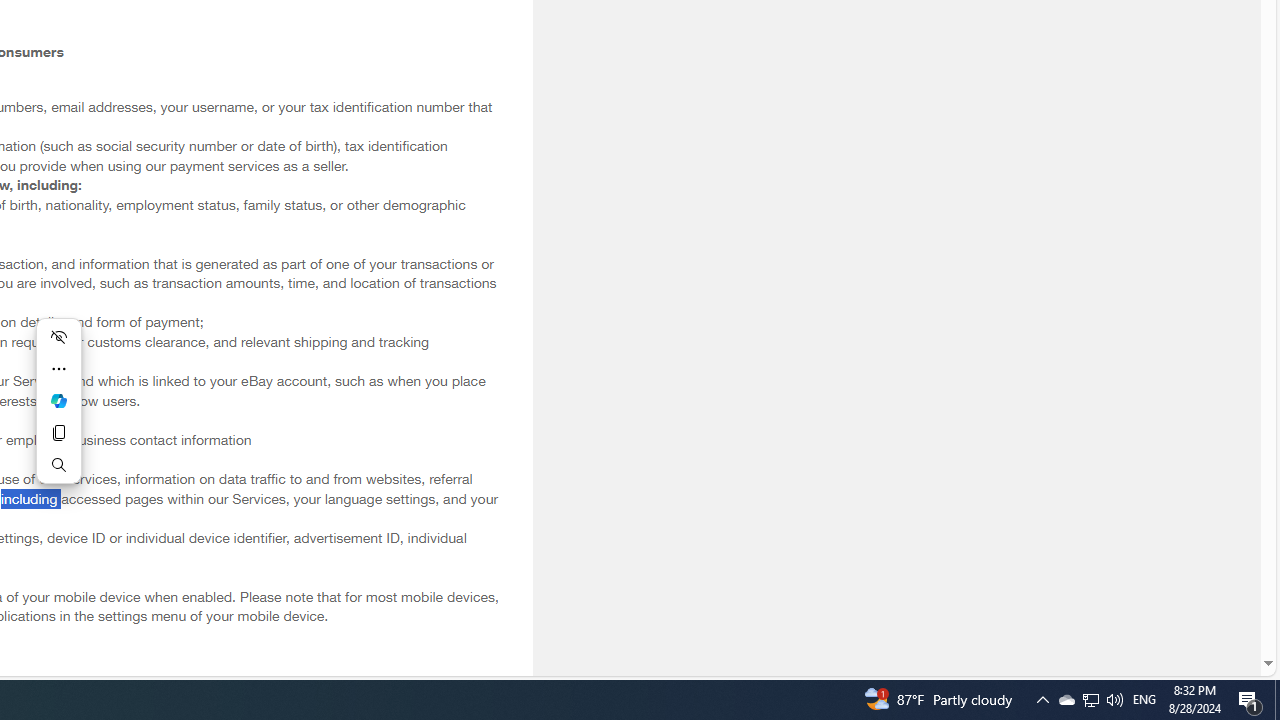 The width and height of the screenshot is (1280, 720). Describe the element at coordinates (58, 411) in the screenshot. I see `'Mini menu on text selection'` at that location.